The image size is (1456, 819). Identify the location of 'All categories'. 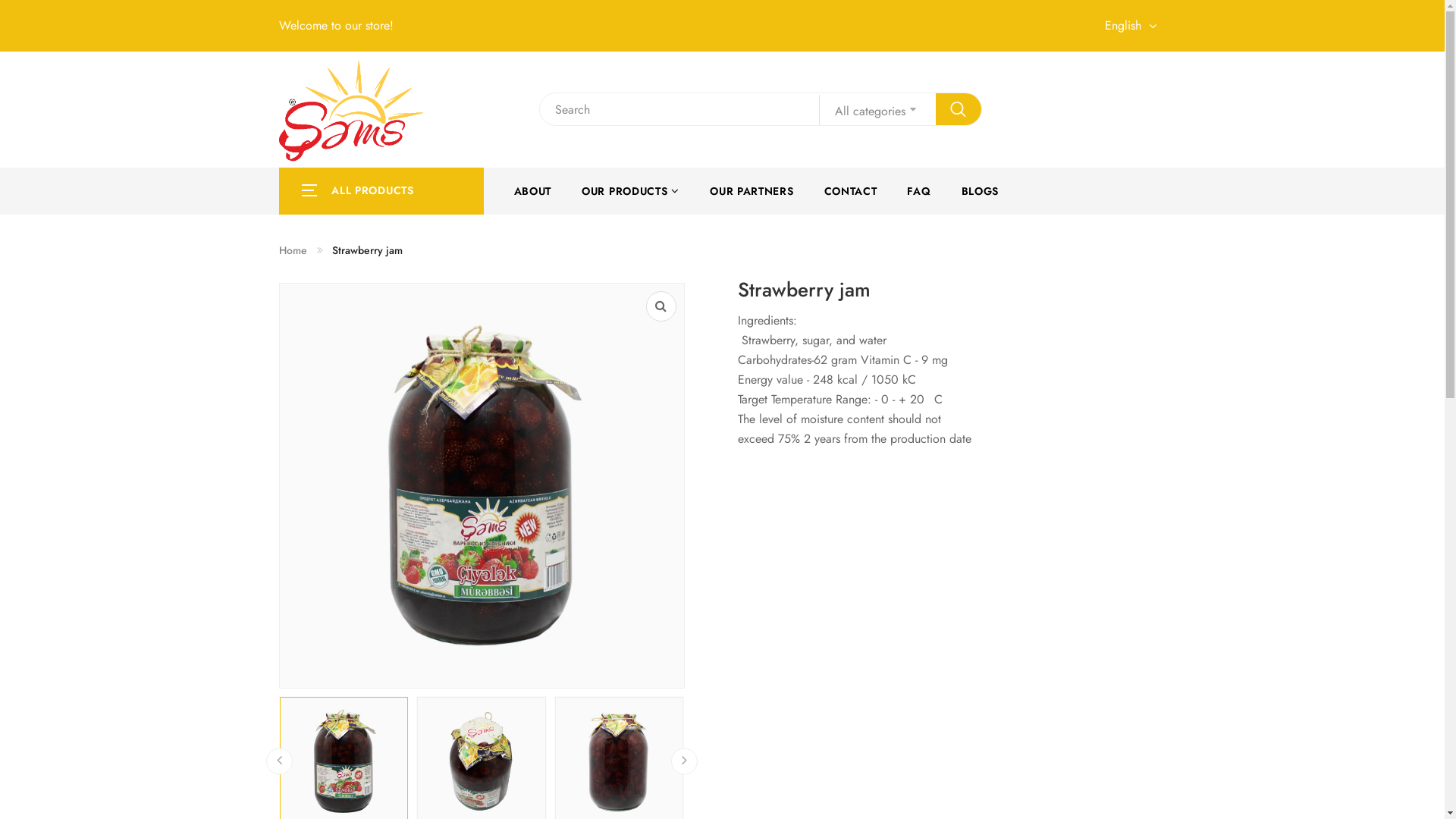
(877, 109).